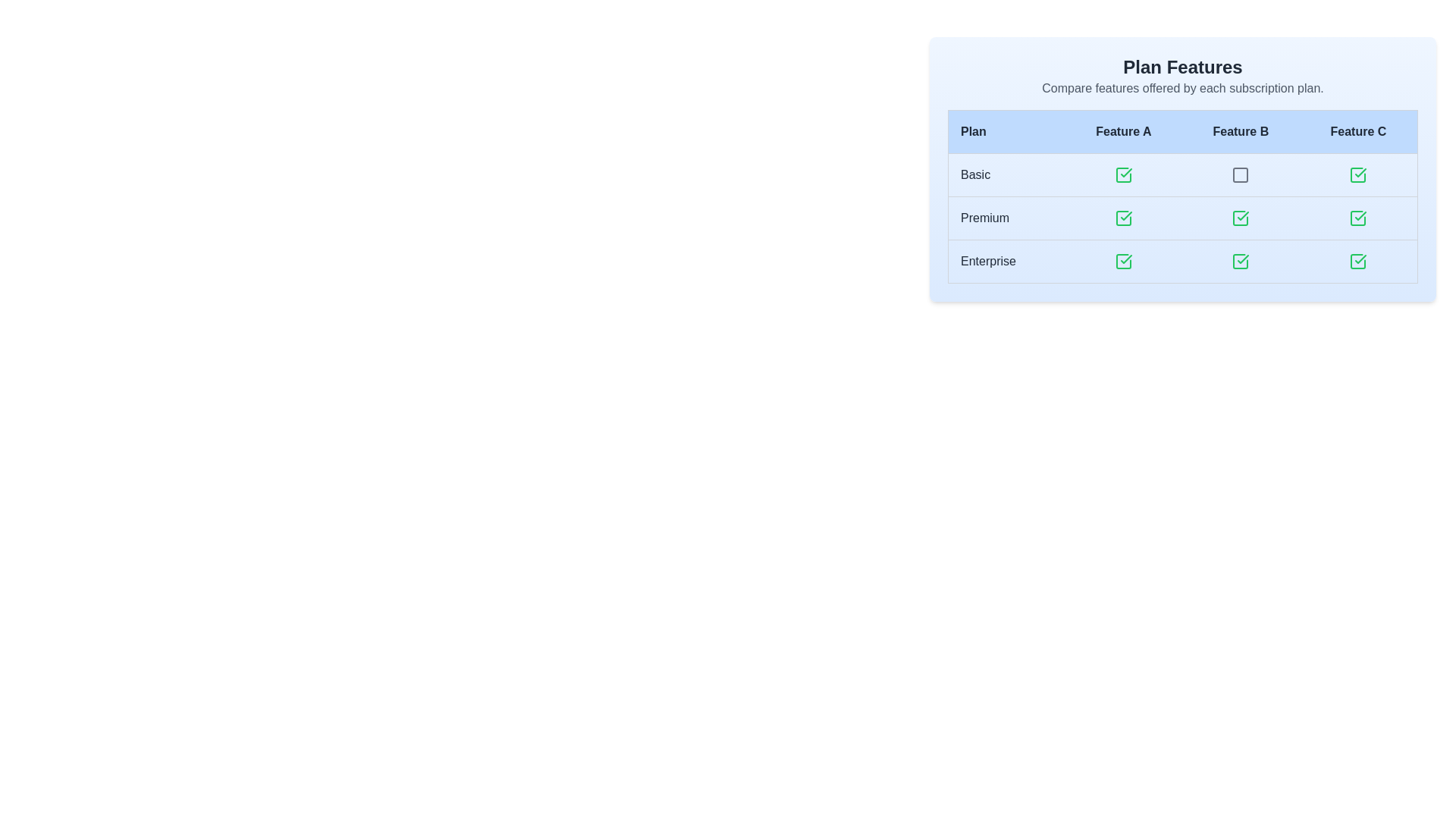  Describe the element at coordinates (1241, 174) in the screenshot. I see `the icon in the 'Feature B' column for the 'Basic' plan, which indicates the absence of a feature` at that location.